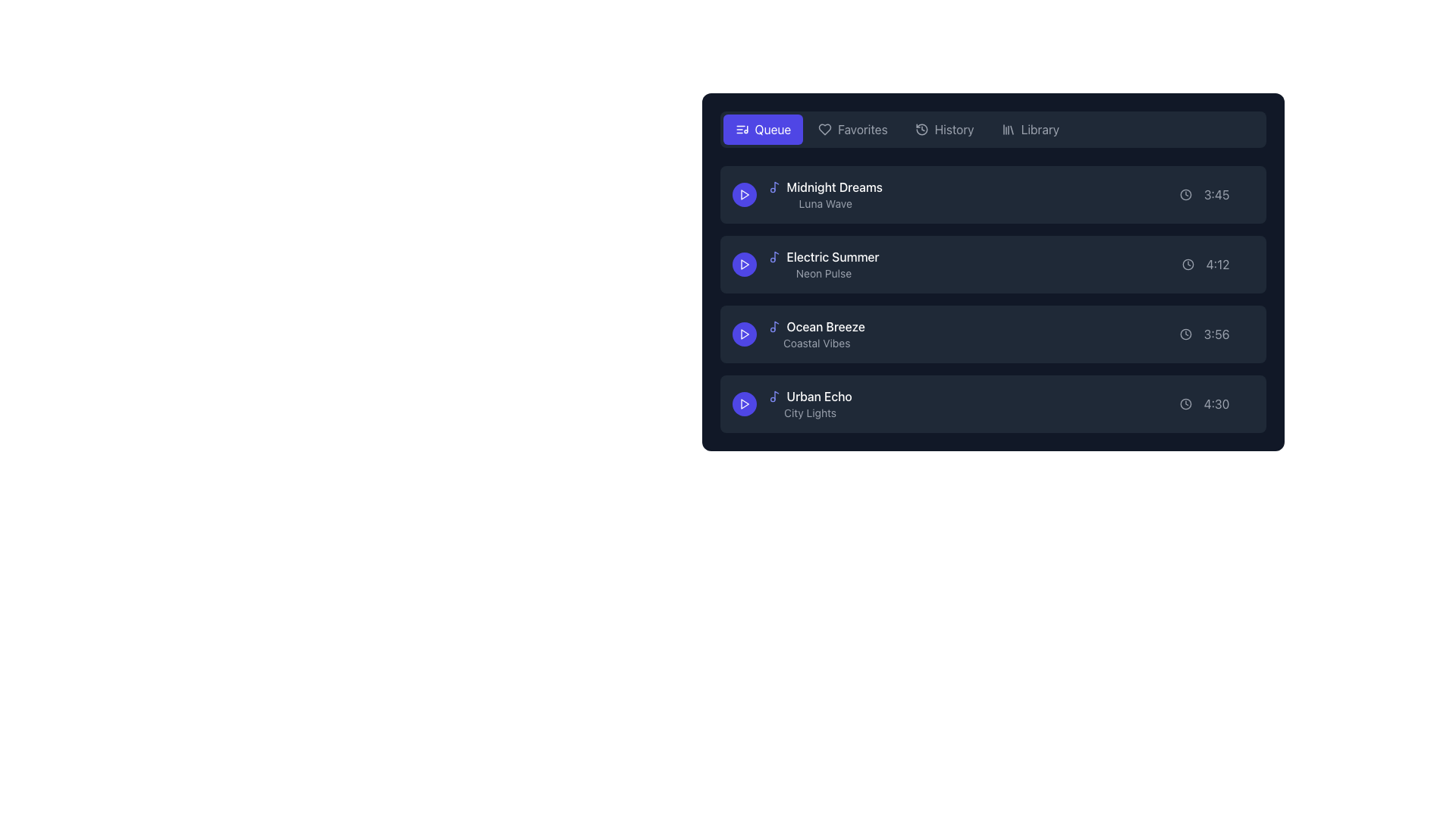 The height and width of the screenshot is (819, 1456). Describe the element at coordinates (773, 128) in the screenshot. I see `the 'Queue' text label, which is styled in white on a blue background and located within a button in the navigation bar` at that location.